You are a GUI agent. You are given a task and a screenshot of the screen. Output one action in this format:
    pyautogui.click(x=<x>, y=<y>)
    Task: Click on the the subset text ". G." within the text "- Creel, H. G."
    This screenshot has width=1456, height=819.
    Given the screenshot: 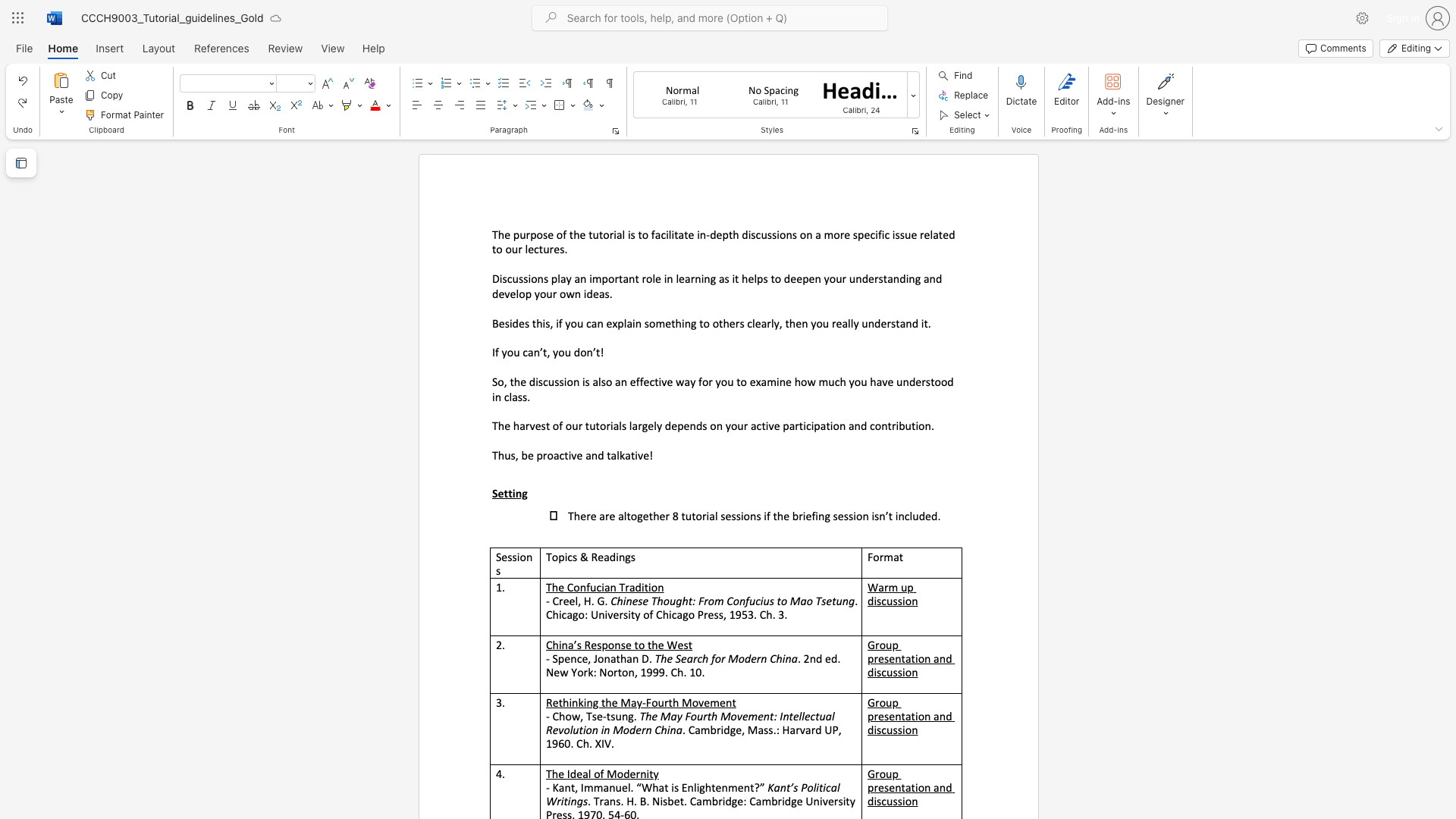 What is the action you would take?
    pyautogui.click(x=590, y=600)
    